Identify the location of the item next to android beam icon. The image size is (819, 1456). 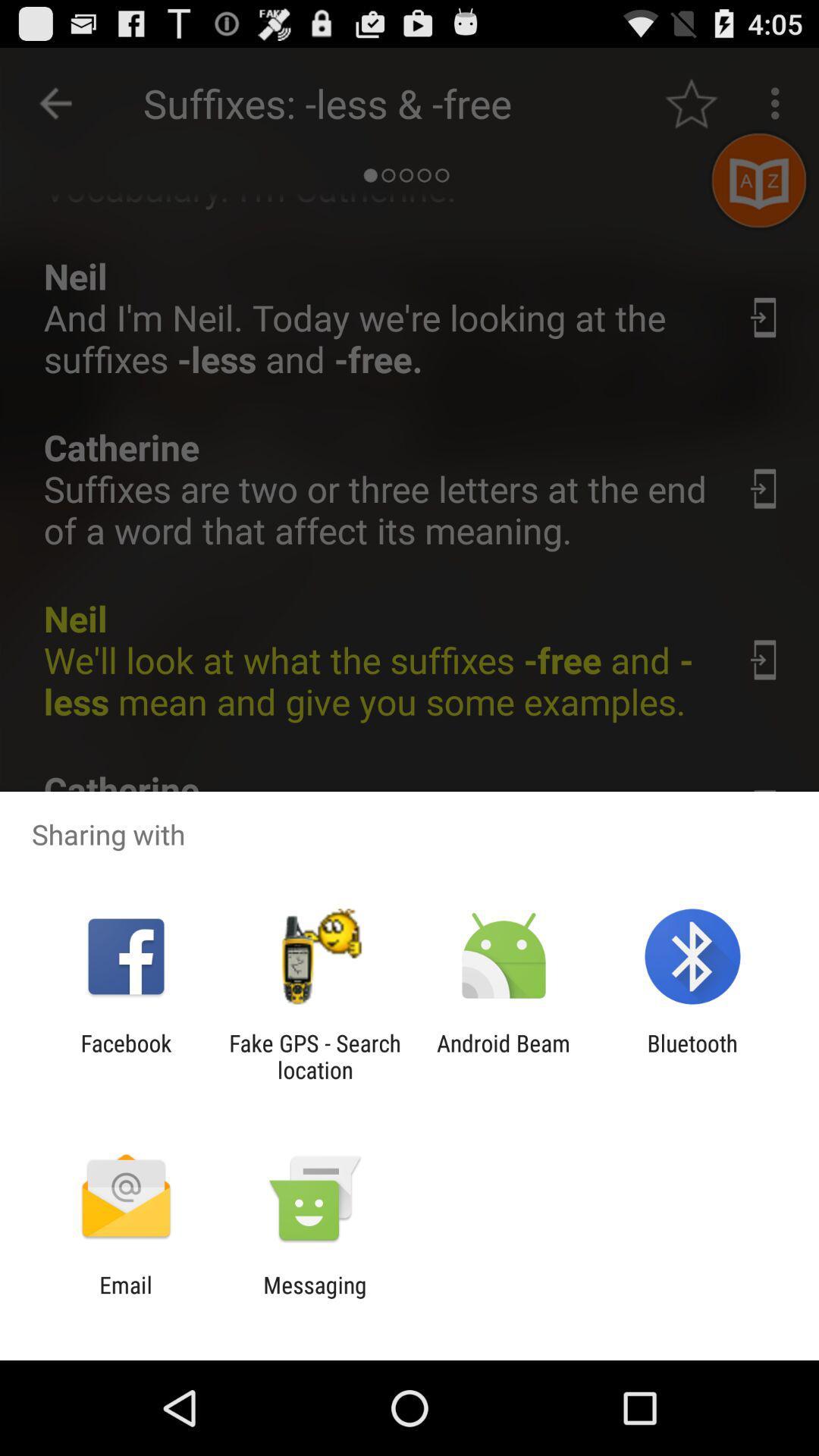
(314, 1056).